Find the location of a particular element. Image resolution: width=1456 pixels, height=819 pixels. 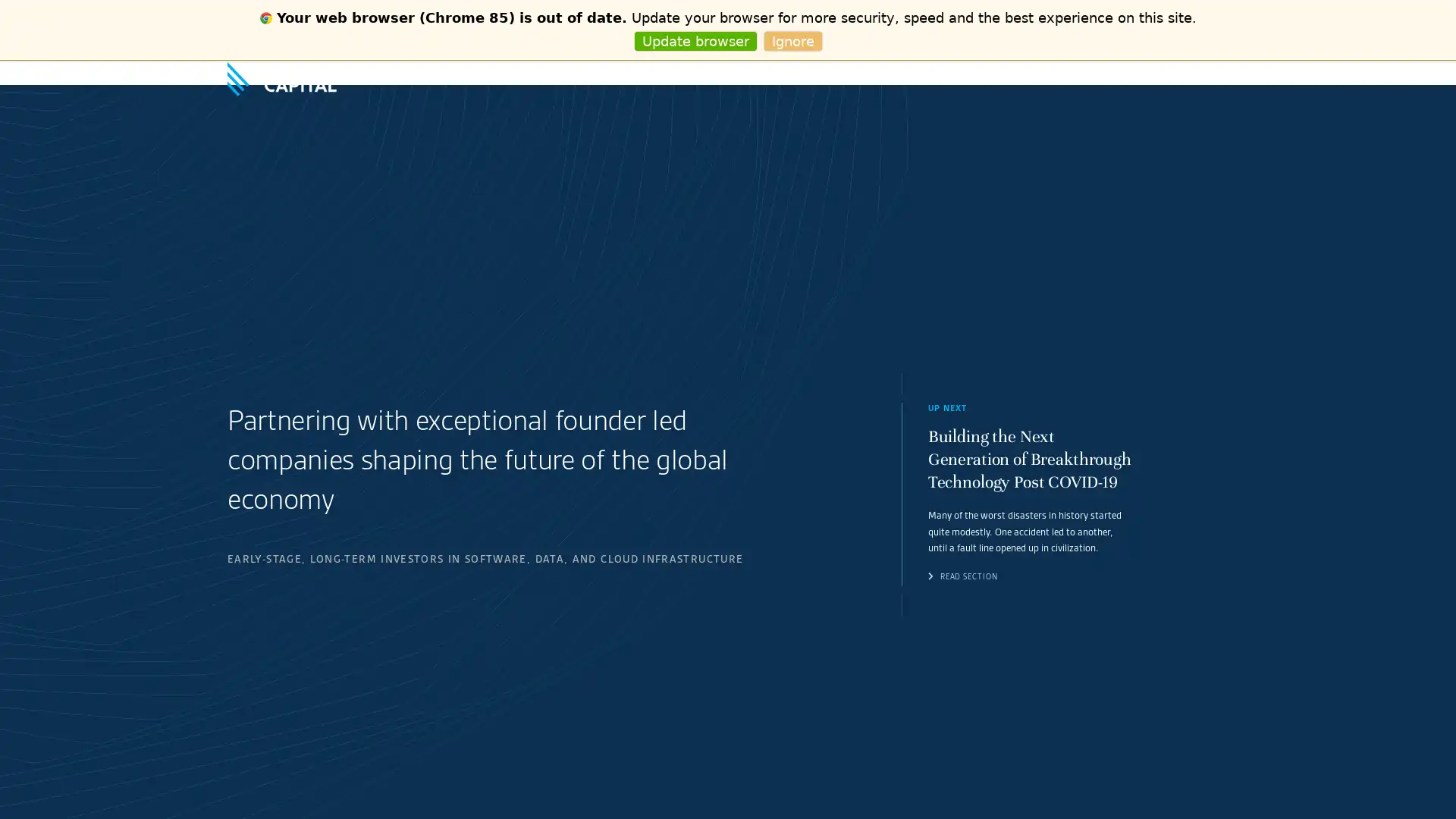

Ignore is located at coordinates (792, 41).